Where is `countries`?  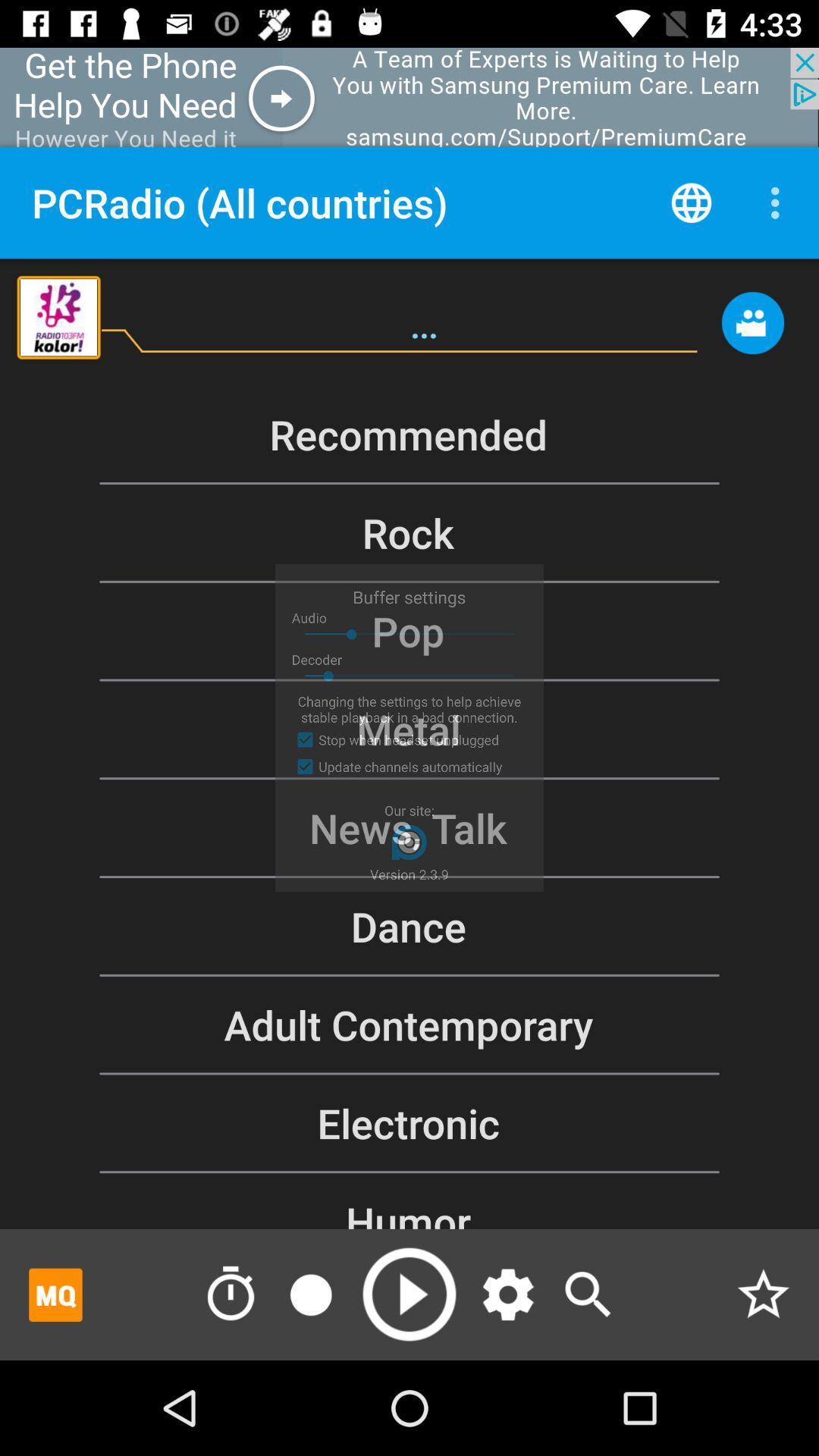
countries is located at coordinates (691, 202).